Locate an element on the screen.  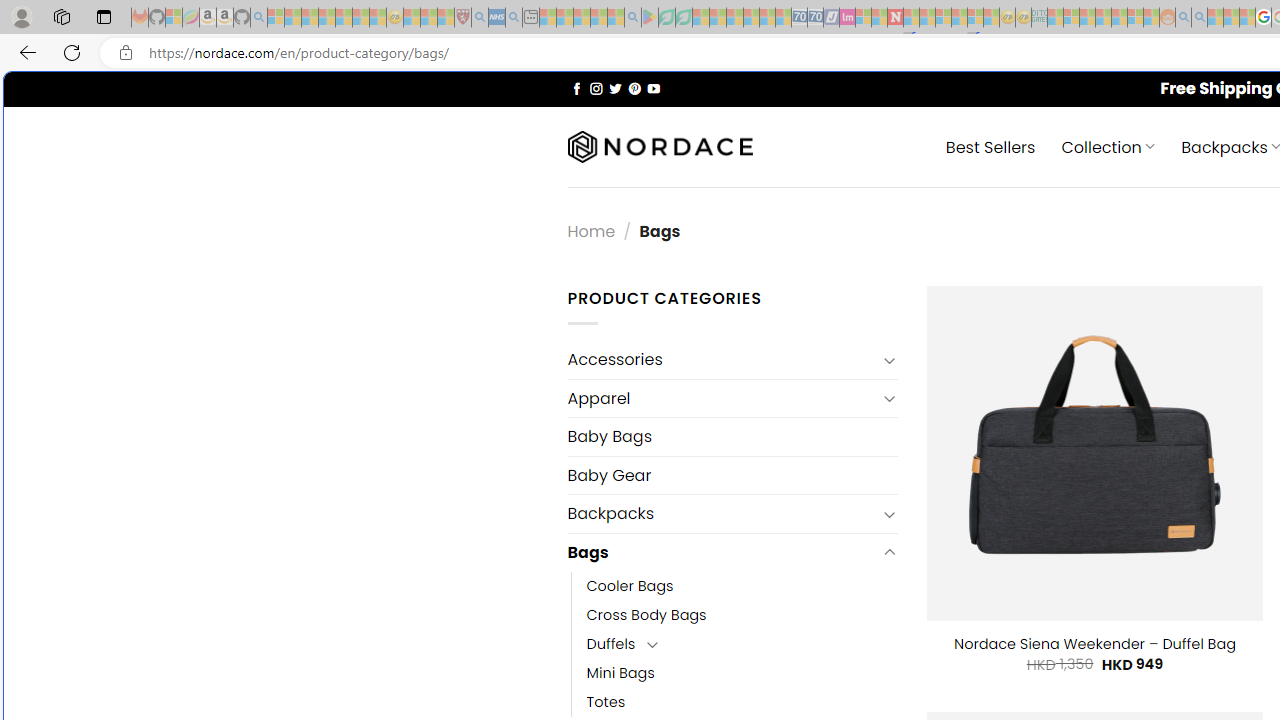
'Baby Bags' is located at coordinates (731, 436).